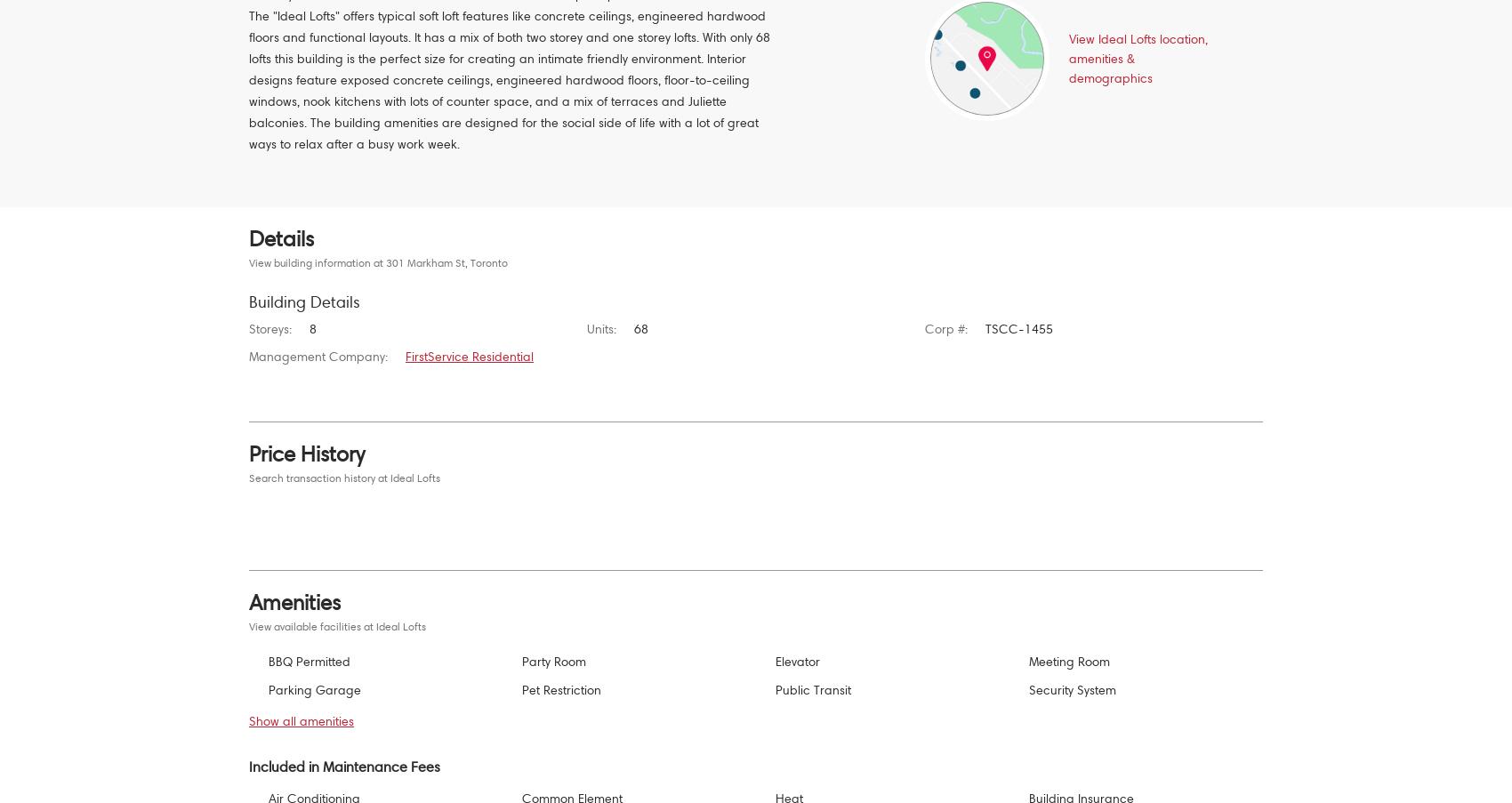 Image resolution: width=1512 pixels, height=803 pixels. What do you see at coordinates (1082, 37) in the screenshot?
I see `'View'` at bounding box center [1082, 37].